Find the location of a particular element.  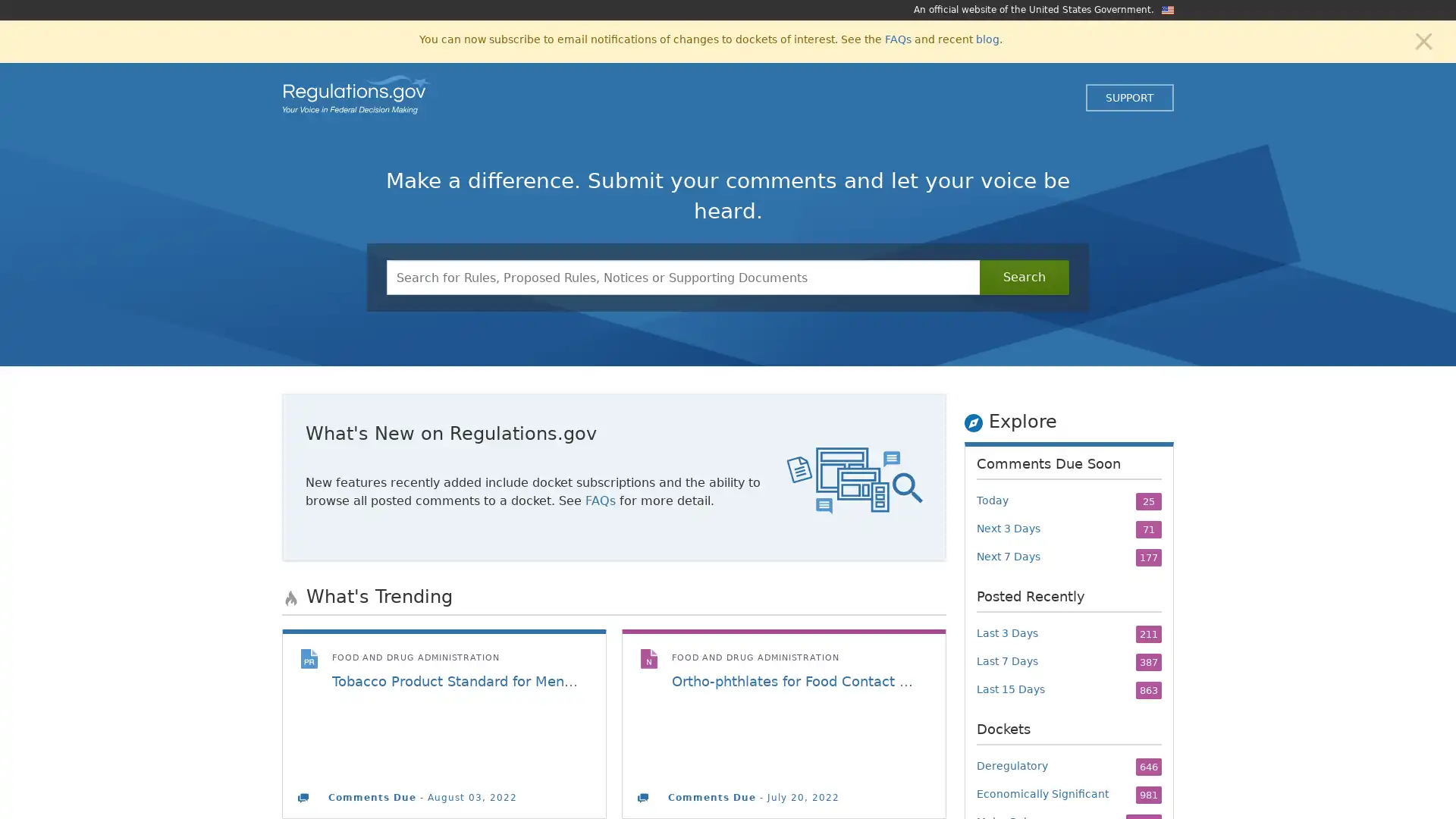

Close is located at coordinates (1423, 39).